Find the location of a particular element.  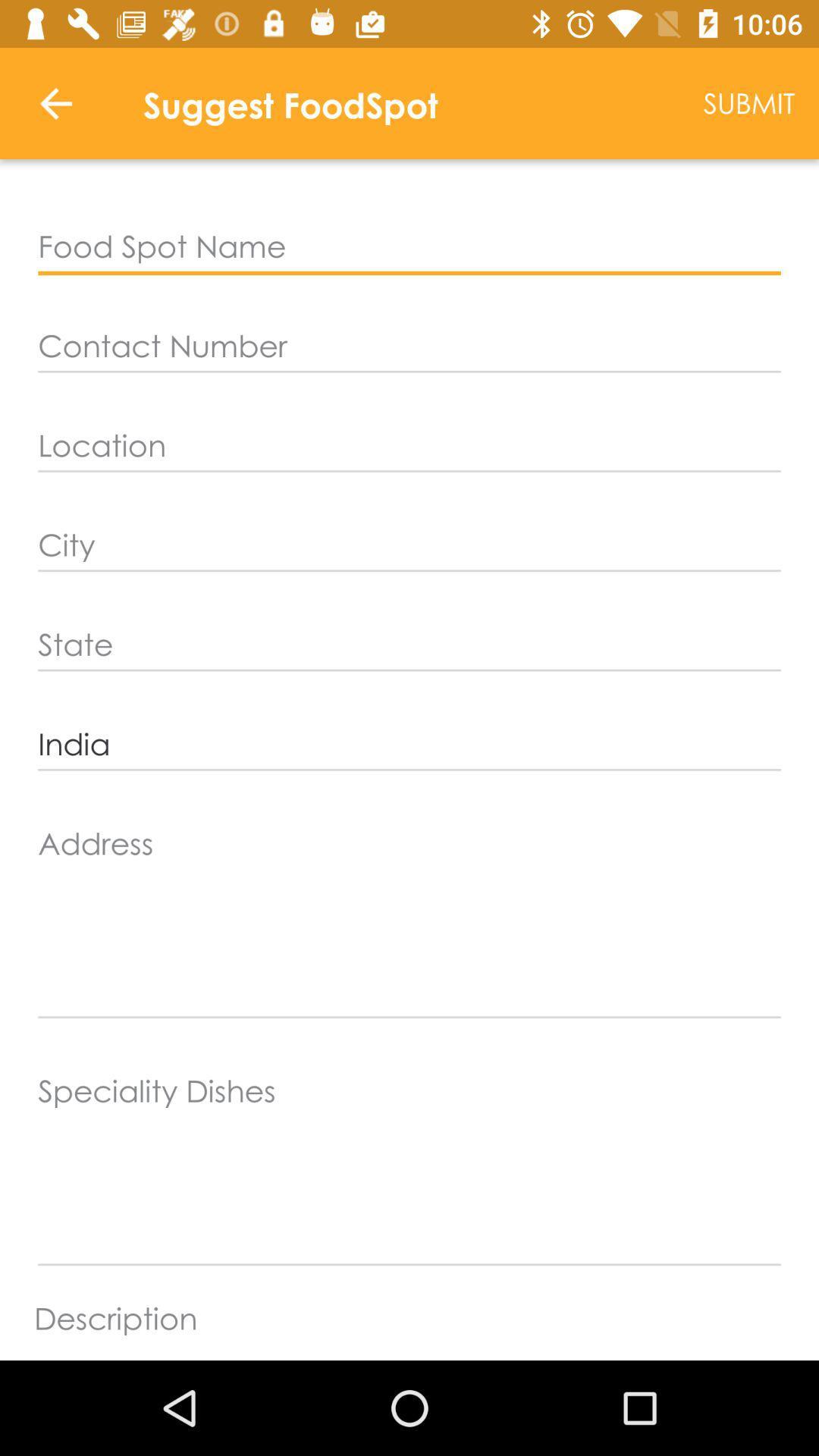

the submit icon is located at coordinates (748, 102).